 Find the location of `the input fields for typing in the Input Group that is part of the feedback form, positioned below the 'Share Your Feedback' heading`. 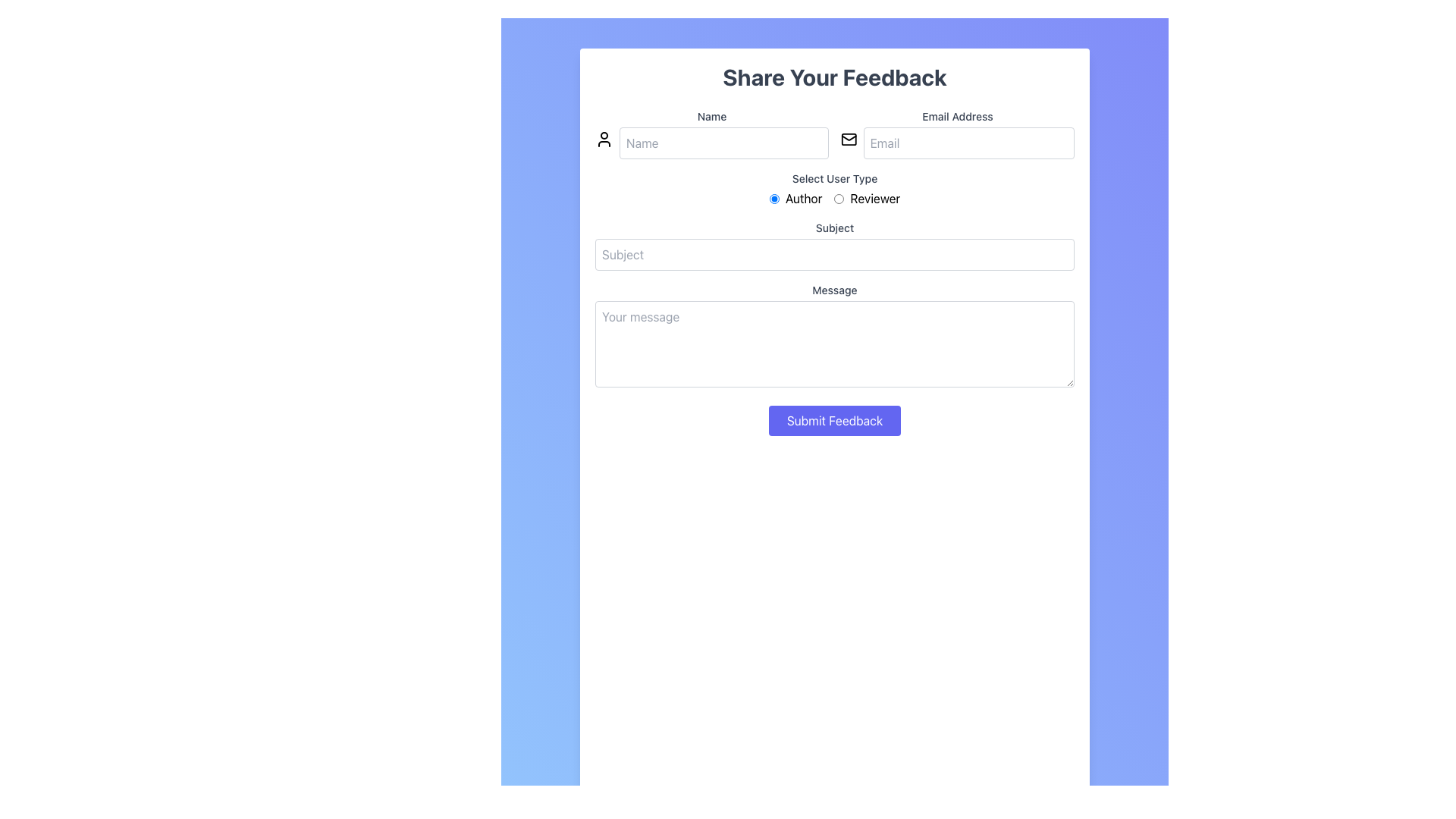

the input fields for typing in the Input Group that is part of the feedback form, positioned below the 'Share Your Feedback' heading is located at coordinates (833, 133).